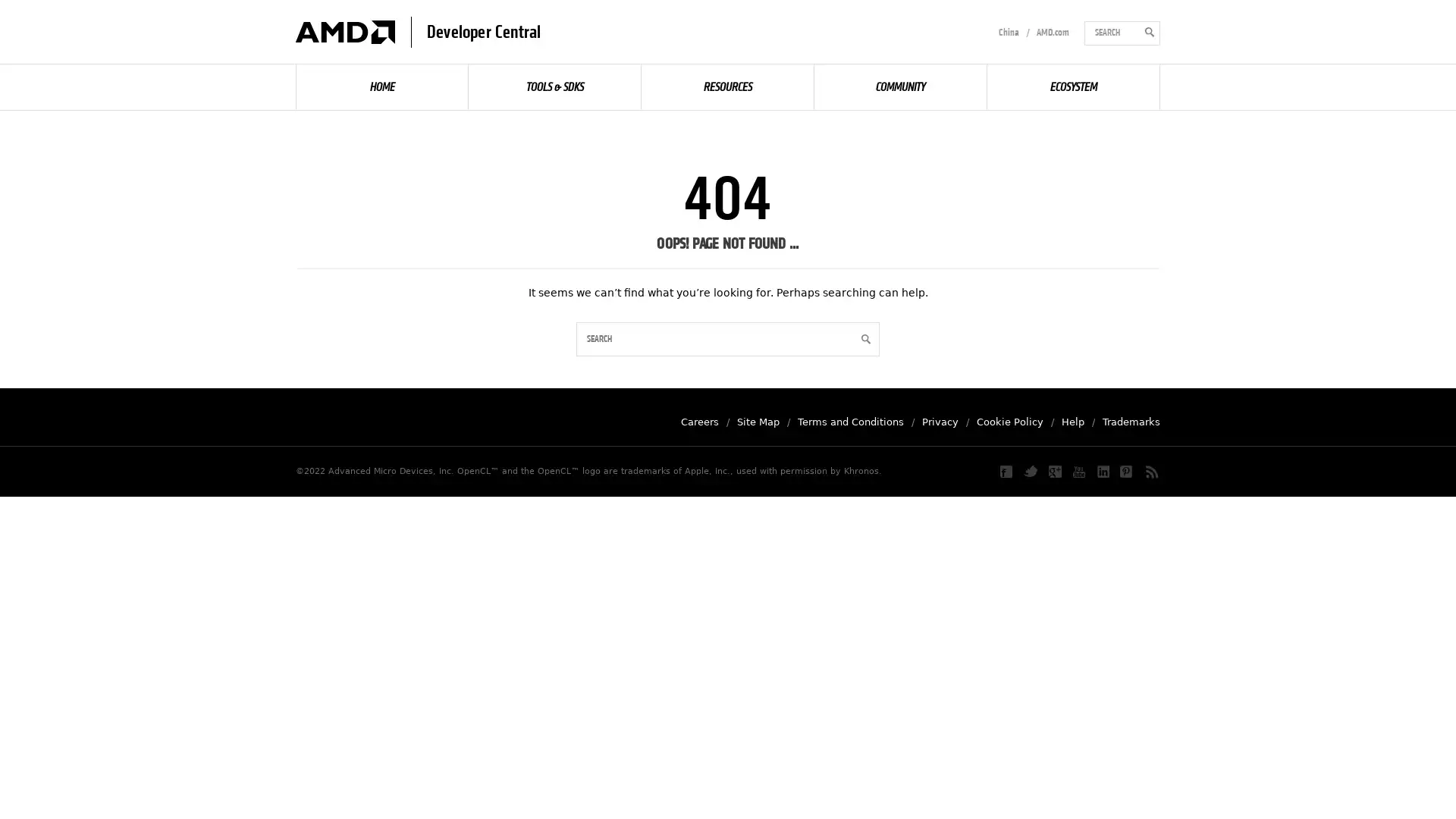  Describe the element at coordinates (863, 337) in the screenshot. I see `Search` at that location.